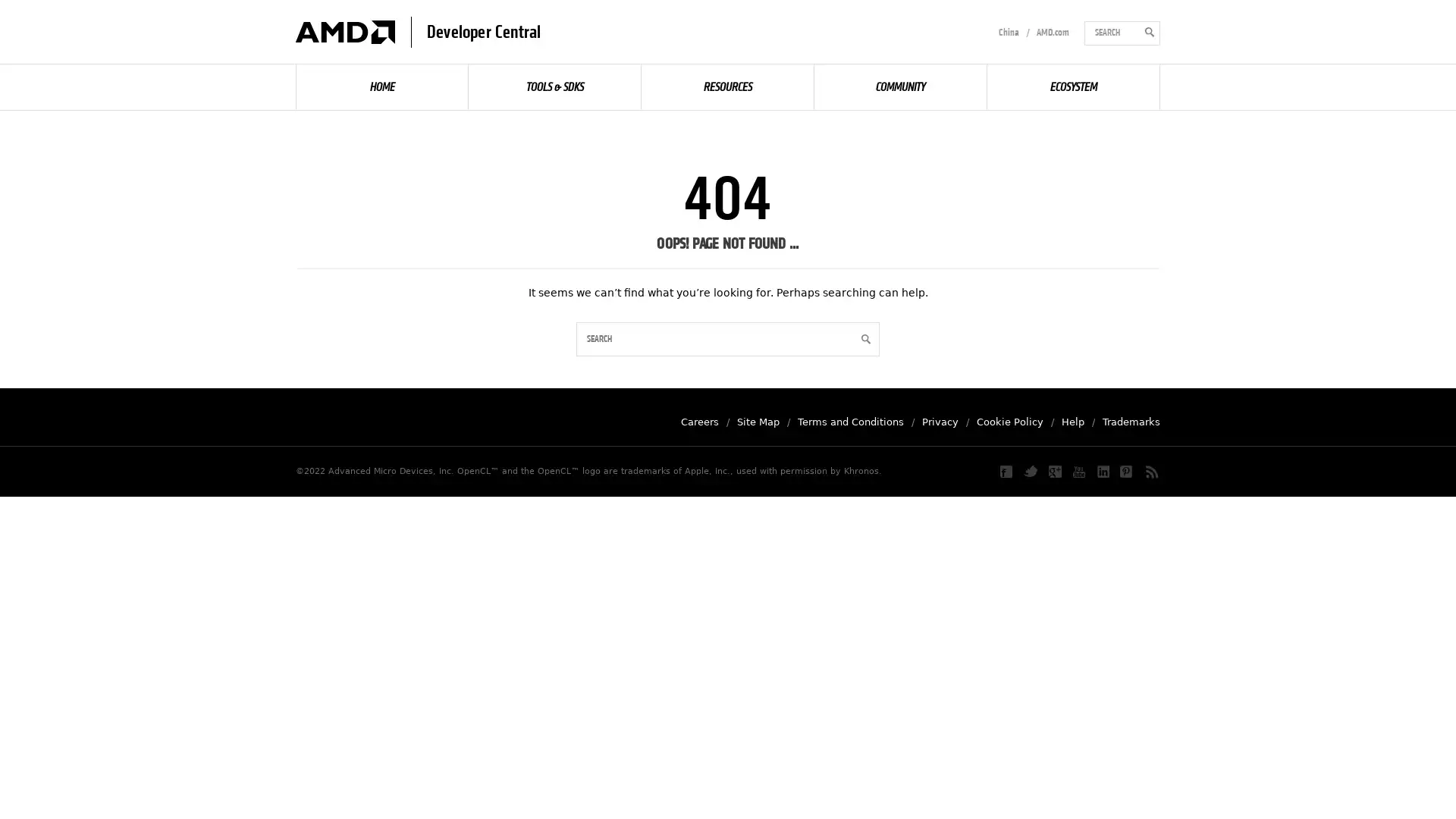  Describe the element at coordinates (863, 337) in the screenshot. I see `Search` at that location.